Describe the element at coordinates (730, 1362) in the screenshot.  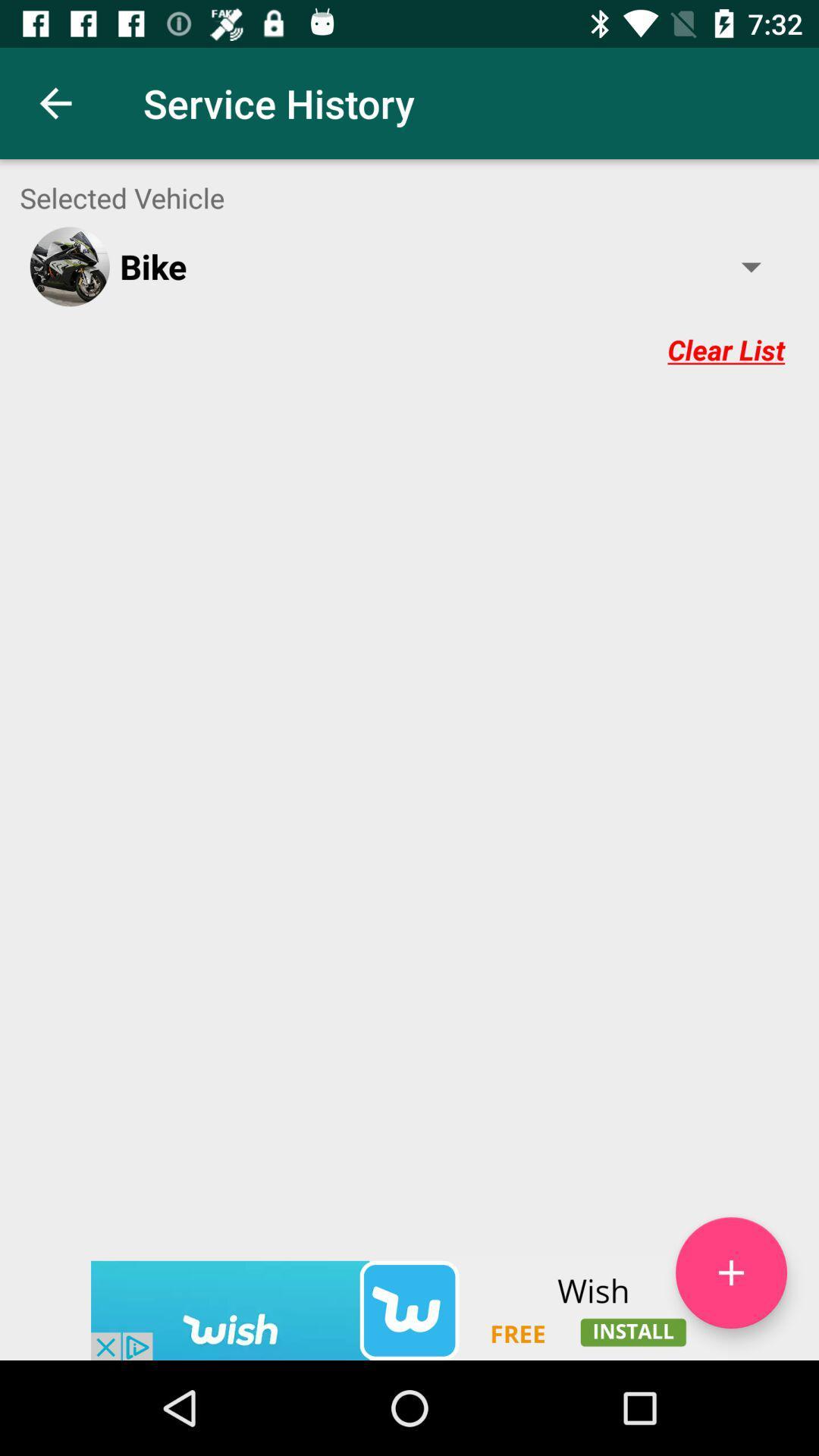
I see `the add icon` at that location.